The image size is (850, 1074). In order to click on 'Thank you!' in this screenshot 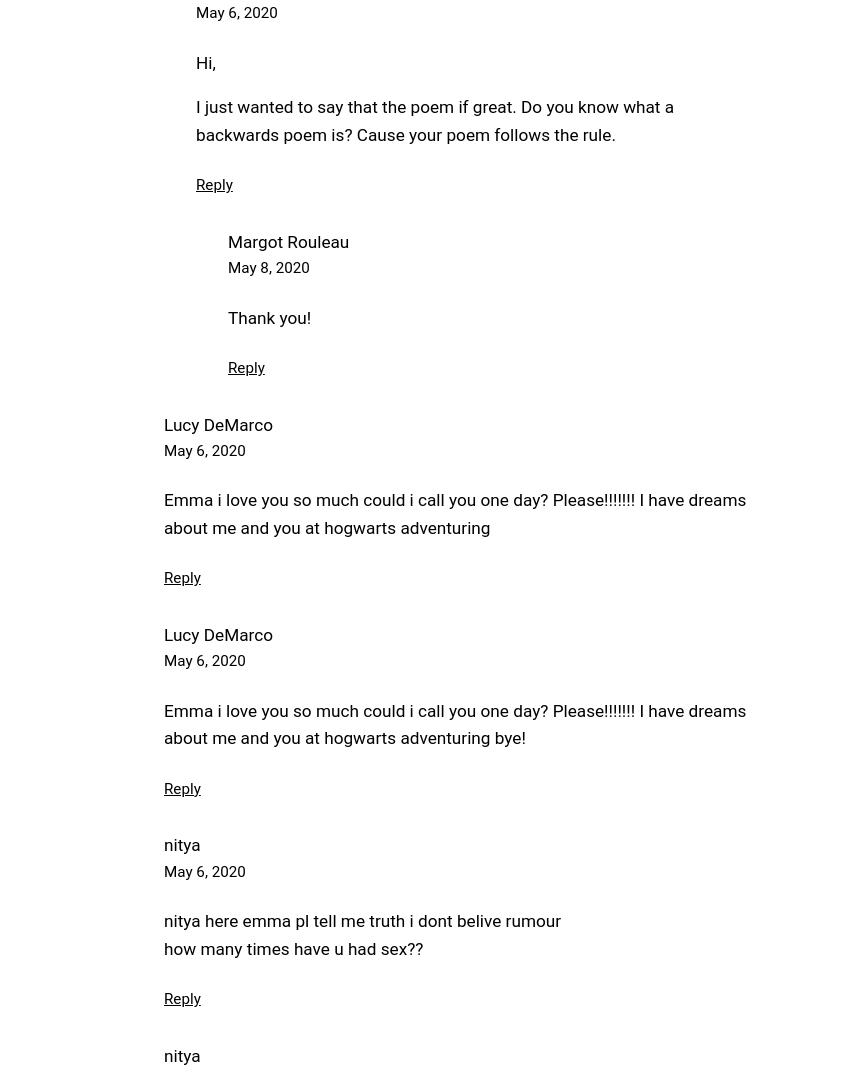, I will do `click(268, 317)`.